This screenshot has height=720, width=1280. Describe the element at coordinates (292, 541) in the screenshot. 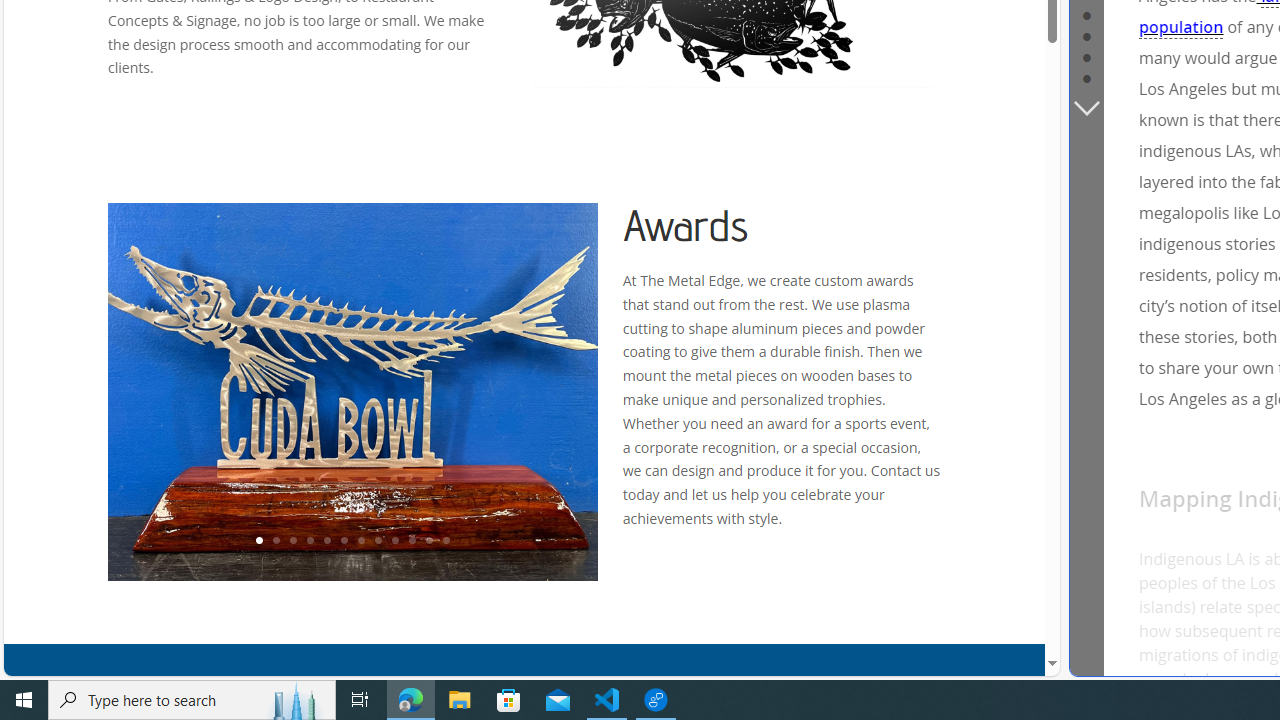

I see `'3'` at that location.